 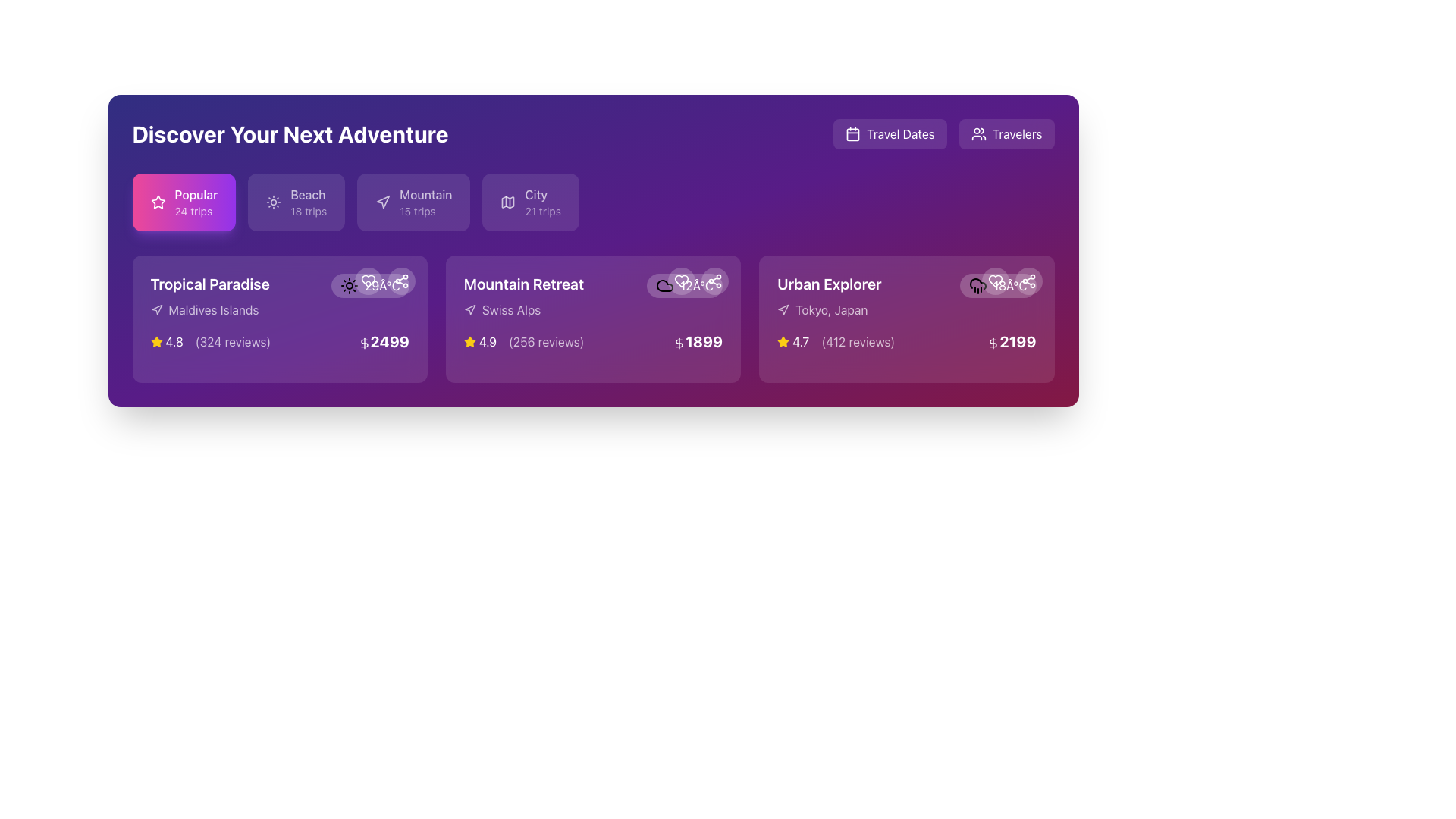 I want to click on rating and price displayed at the bottom section of the 'Tropical Paradise' card, which is the first item in the row of destination cards, so click(x=280, y=342).